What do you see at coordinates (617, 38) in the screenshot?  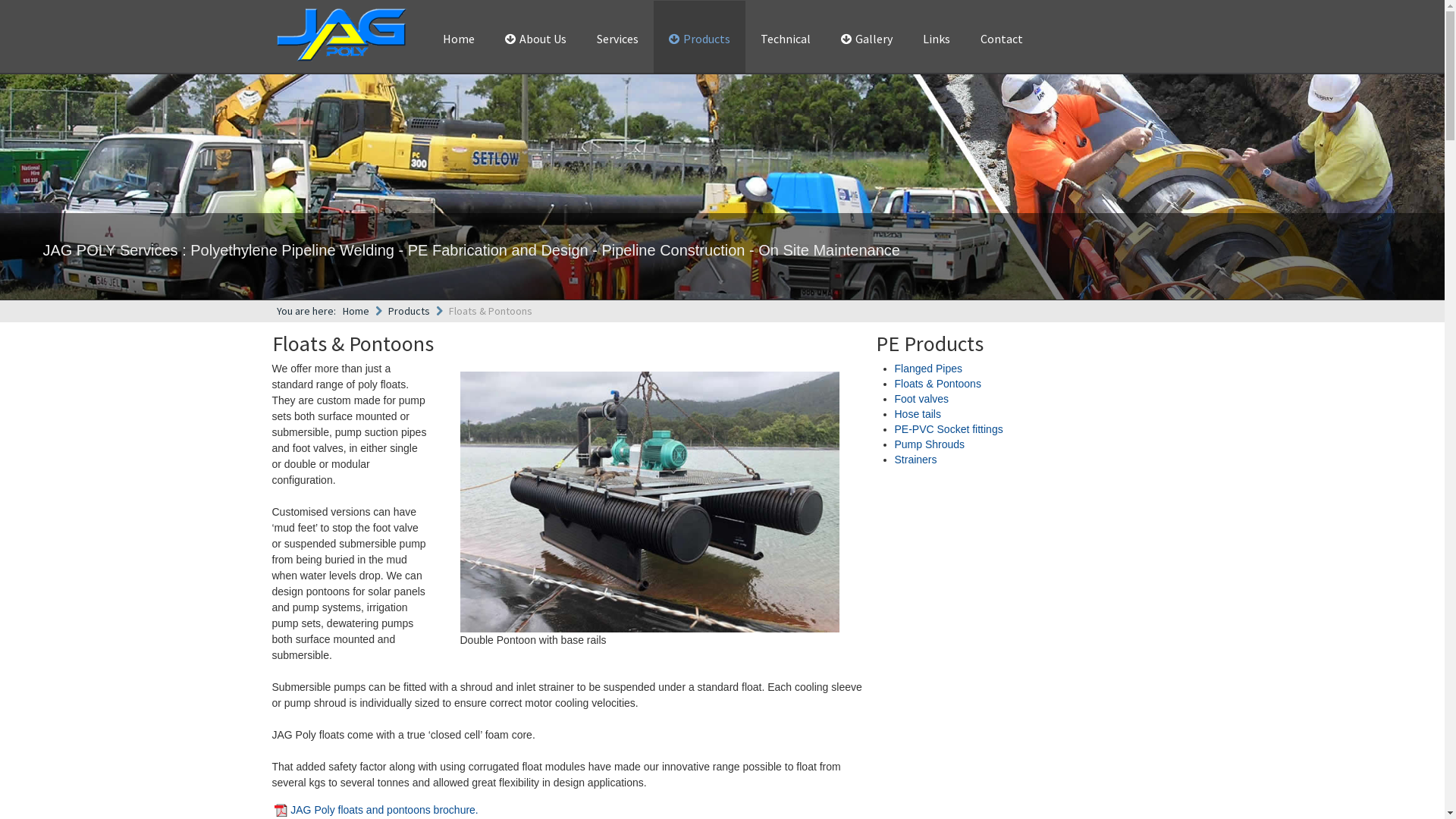 I see `'Services'` at bounding box center [617, 38].